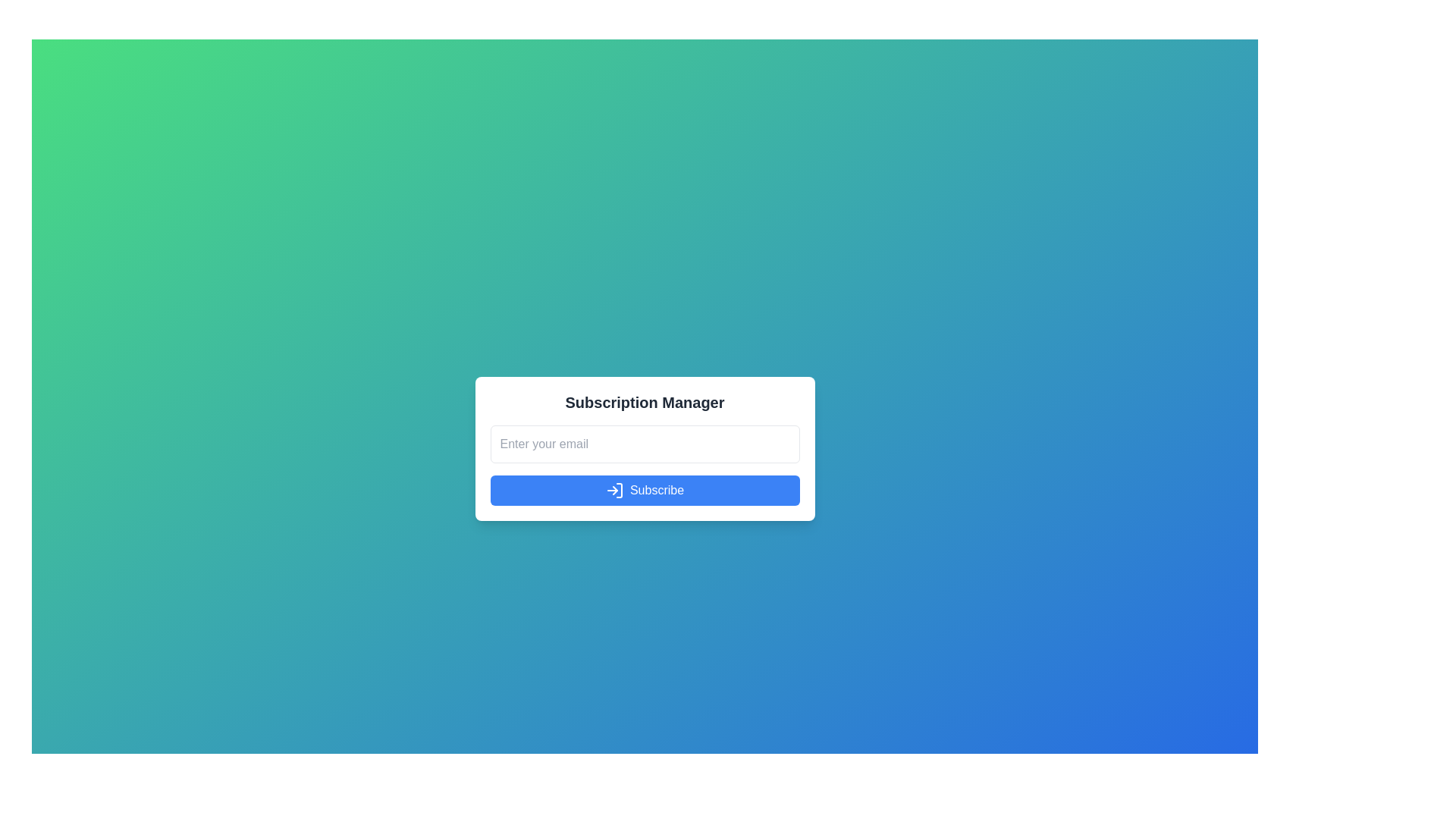  I want to click on the rightward pointing arrow icon, which is white on a blue background, located inside the 'Subscribe' button, so click(615, 491).